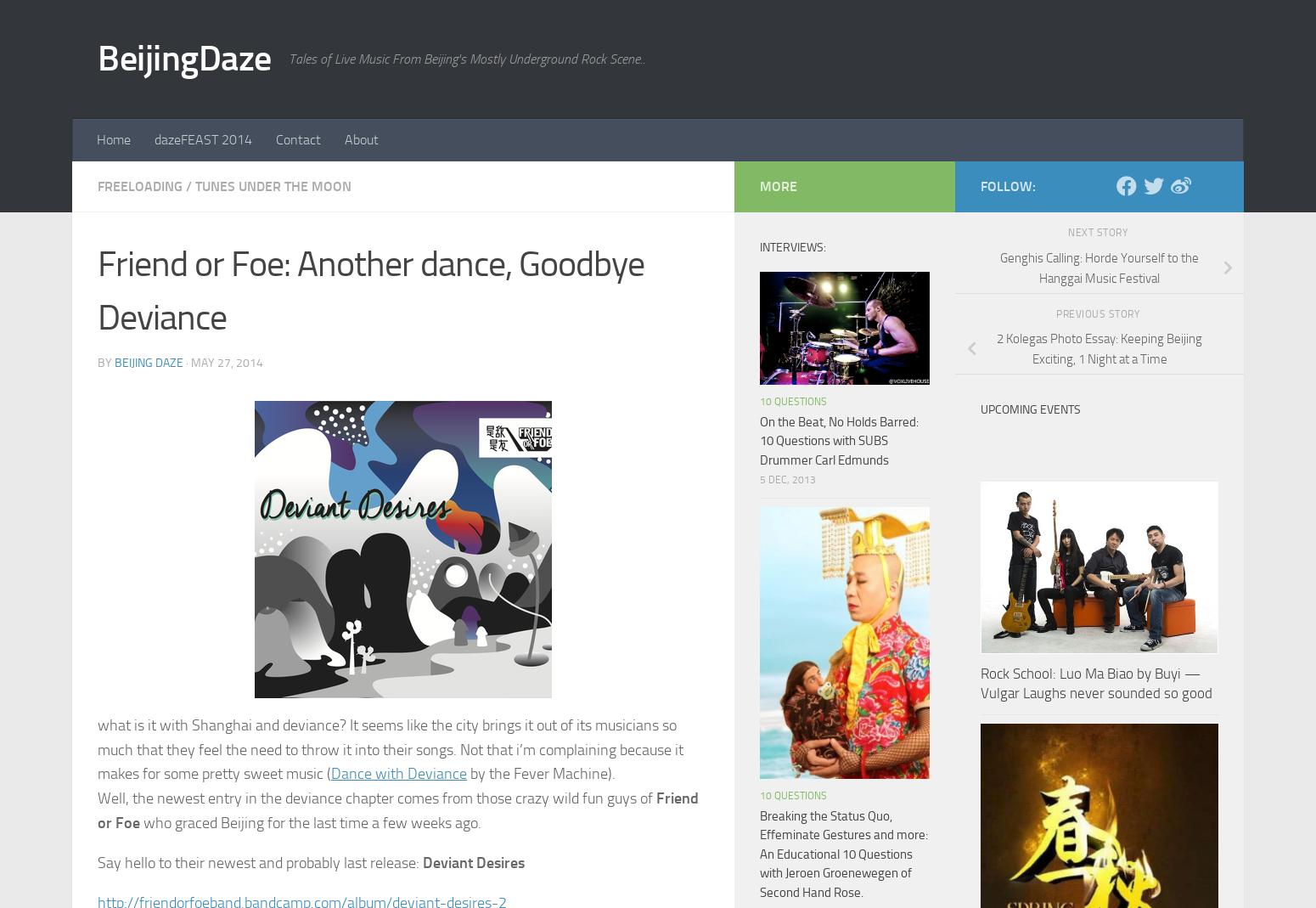  Describe the element at coordinates (227, 362) in the screenshot. I see `'May 27, 2014'` at that location.